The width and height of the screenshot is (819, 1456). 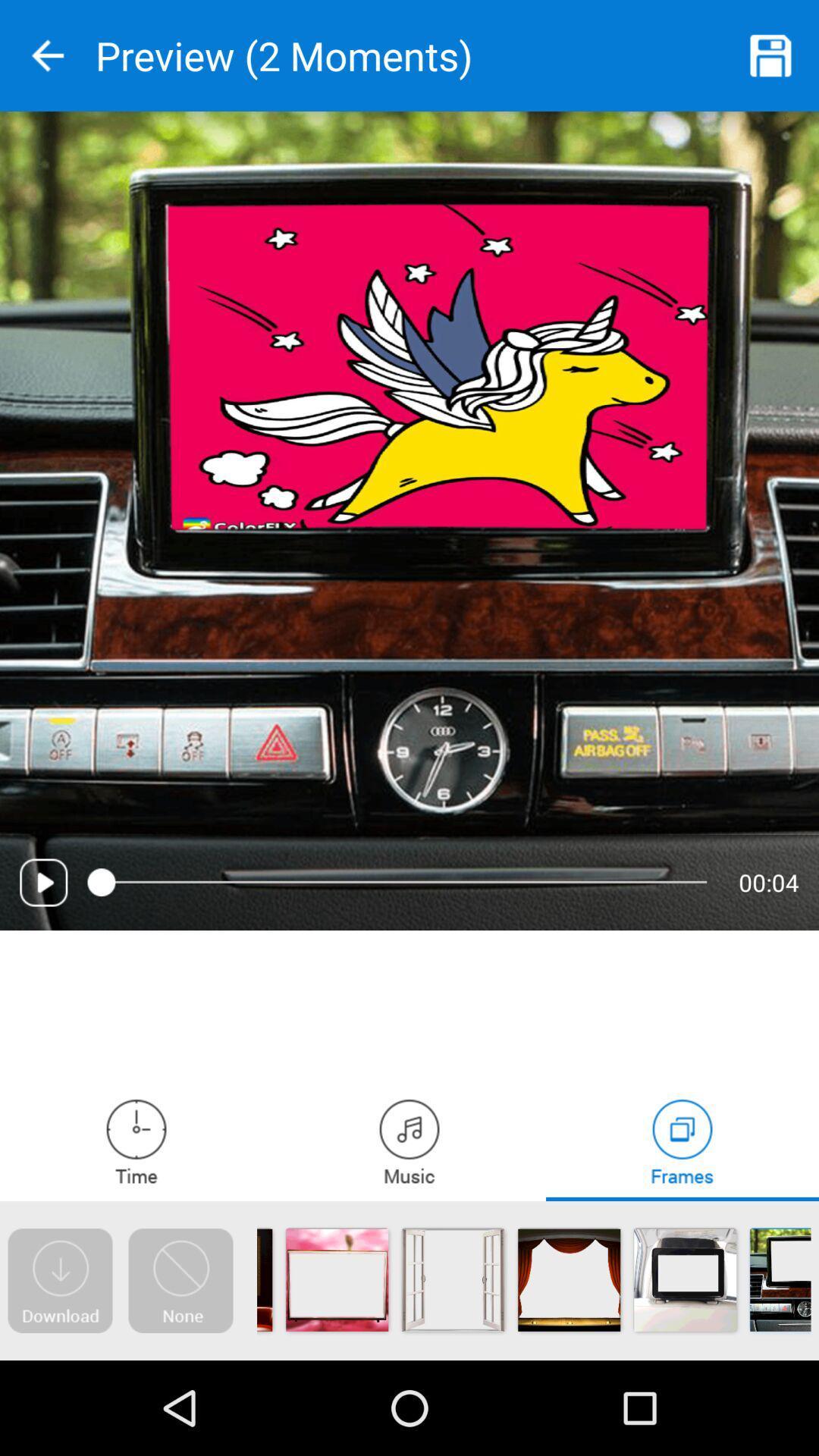 What do you see at coordinates (42, 882) in the screenshot?
I see `play` at bounding box center [42, 882].